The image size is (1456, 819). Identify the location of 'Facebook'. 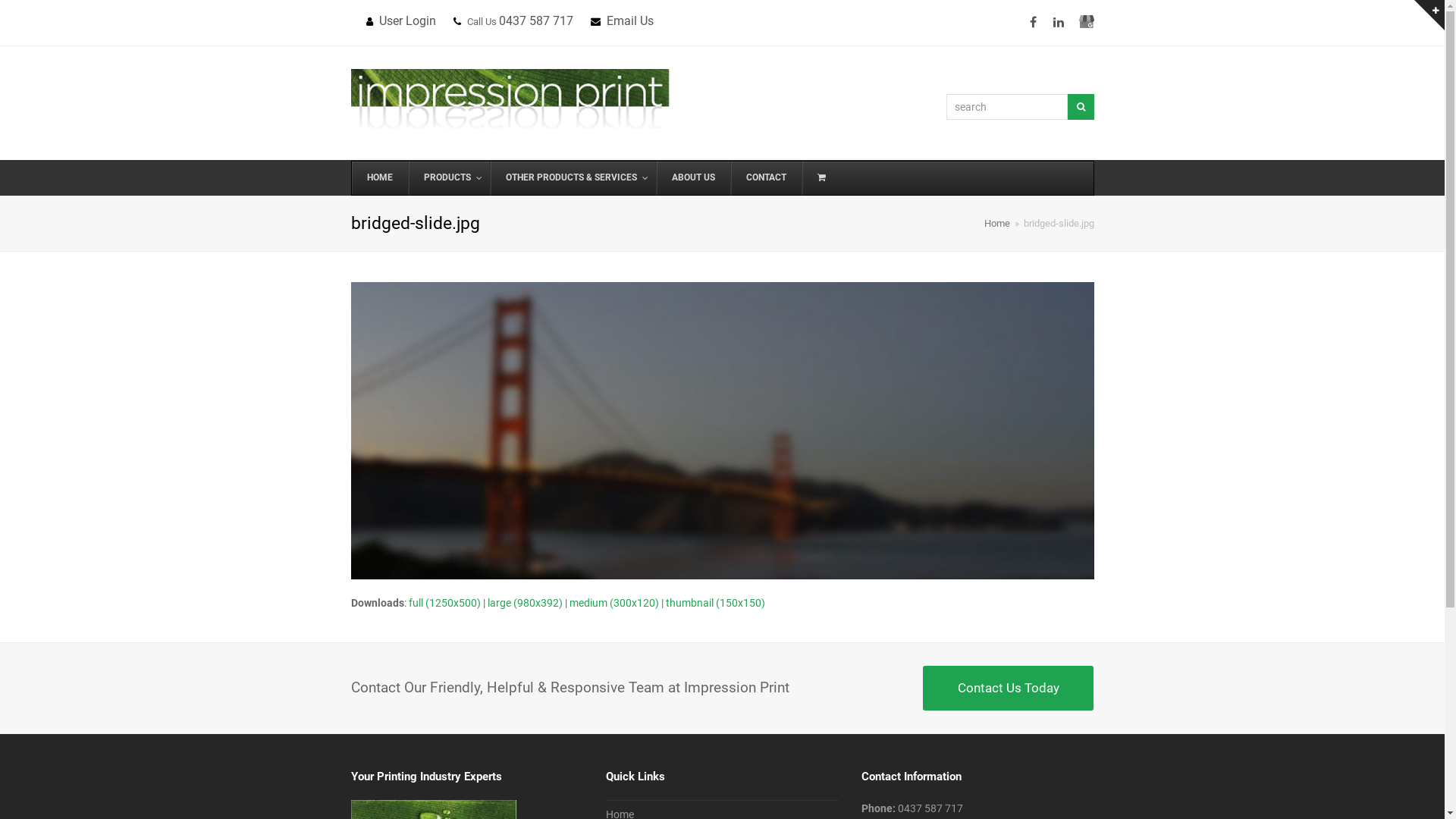
(1021, 23).